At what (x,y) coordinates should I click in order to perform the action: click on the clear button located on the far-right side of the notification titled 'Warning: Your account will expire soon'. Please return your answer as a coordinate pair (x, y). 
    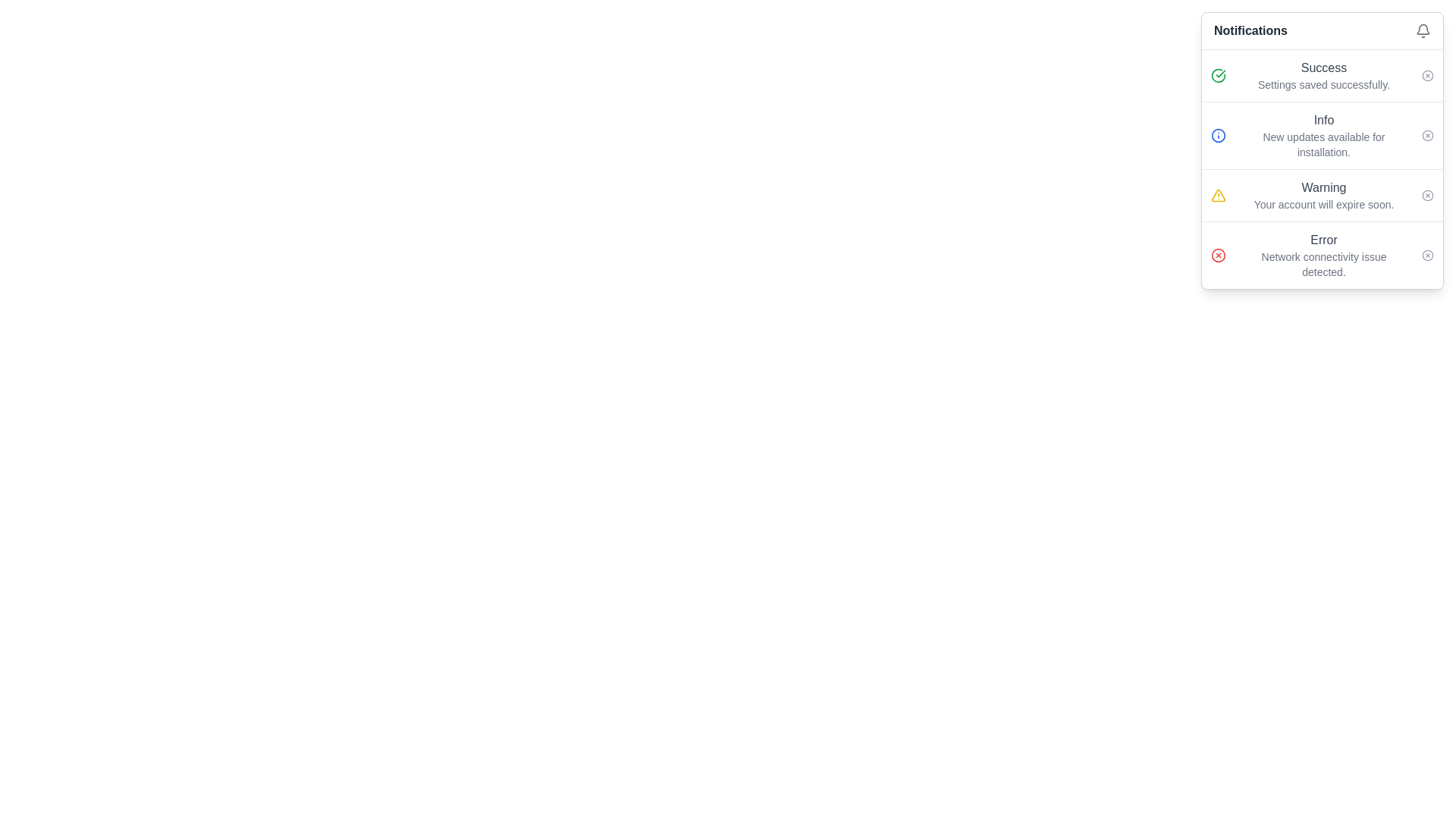
    Looking at the image, I should click on (1426, 195).